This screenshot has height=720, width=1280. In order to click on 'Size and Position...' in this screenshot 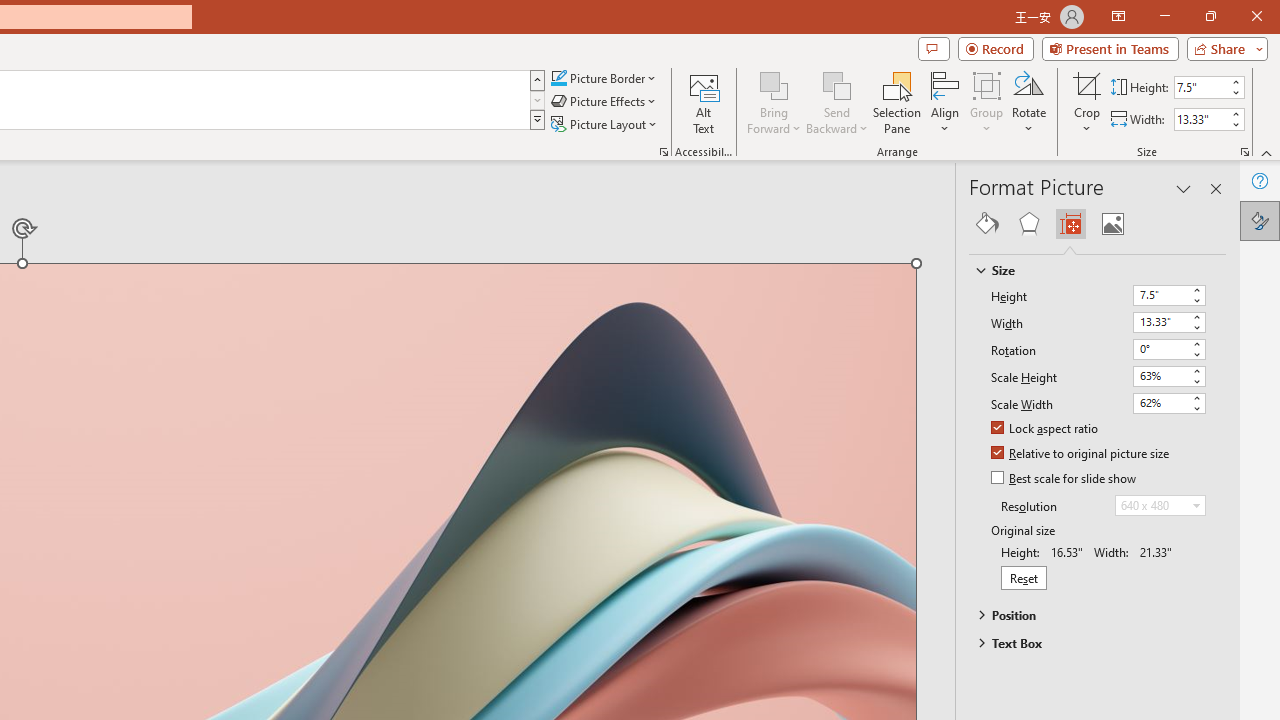, I will do `click(1243, 150)`.